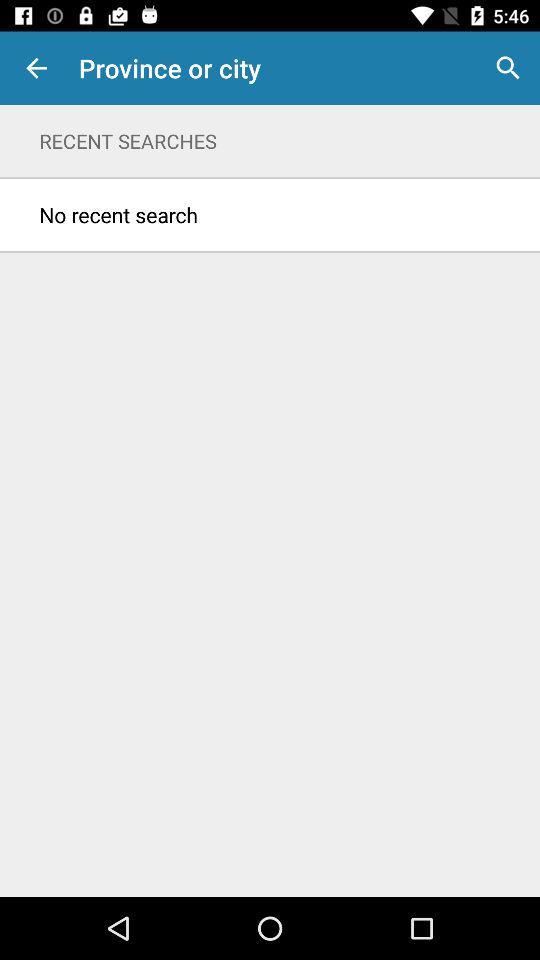 This screenshot has height=960, width=540. I want to click on icon above recent searches item, so click(508, 68).